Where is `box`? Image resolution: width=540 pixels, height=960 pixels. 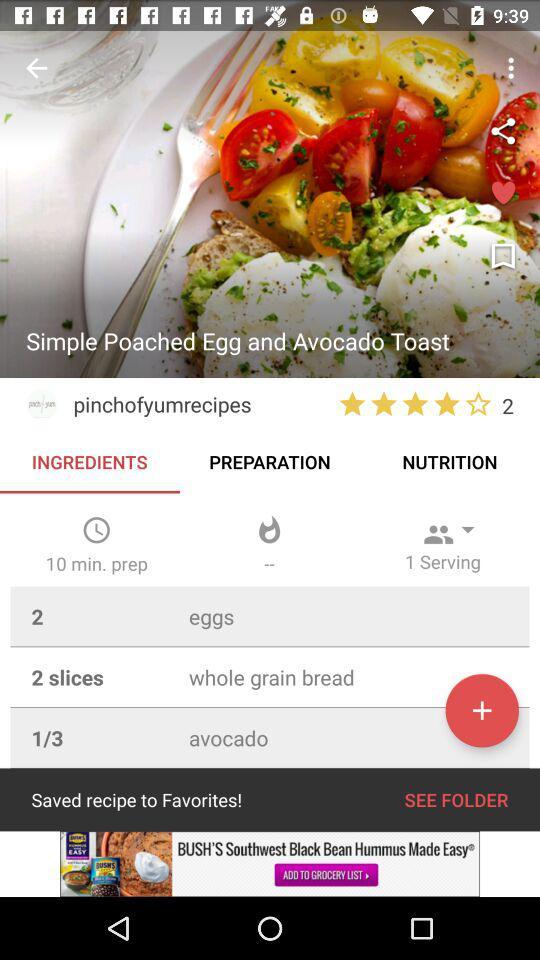
box is located at coordinates (502, 194).